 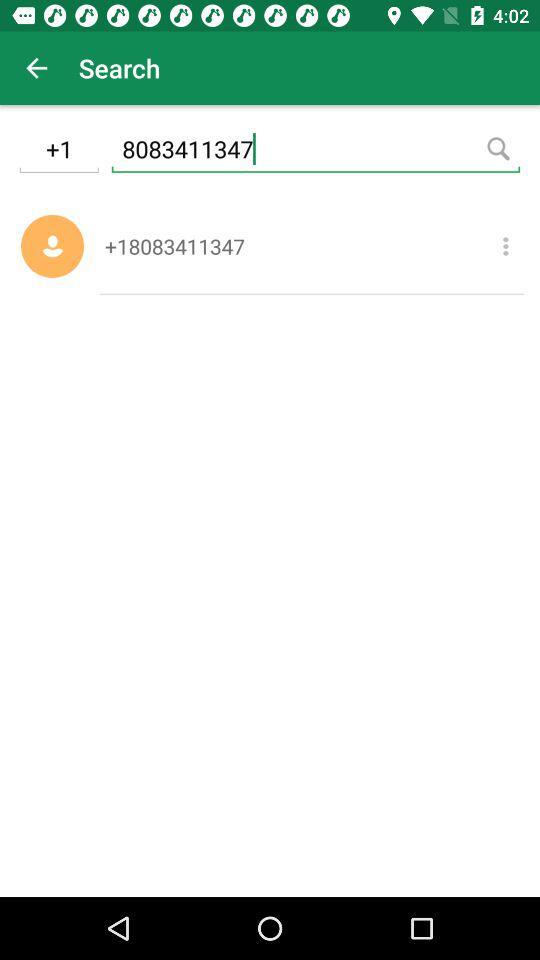 What do you see at coordinates (315, 151) in the screenshot?
I see `the icon above the +18083411347 item` at bounding box center [315, 151].